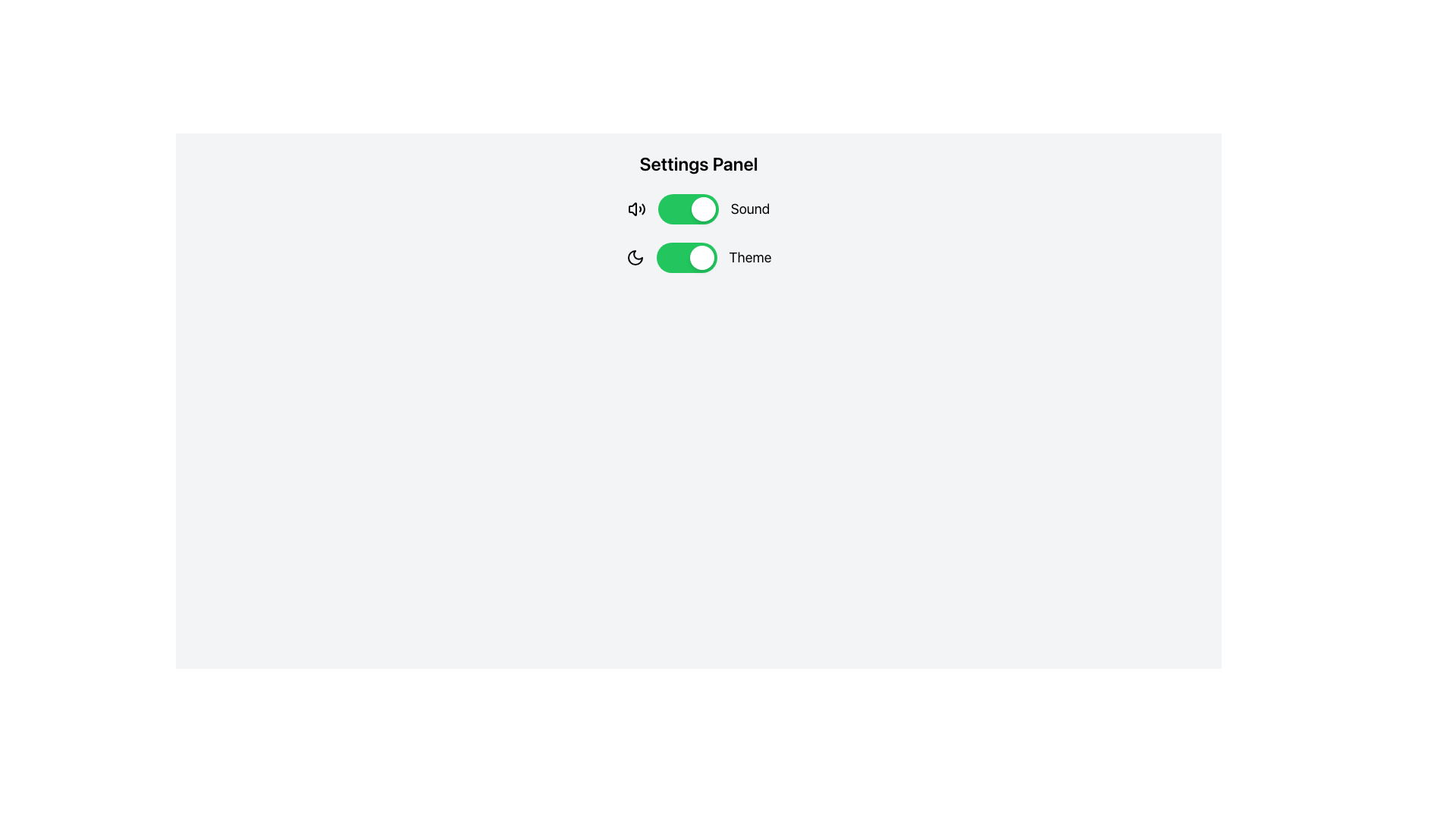  What do you see at coordinates (750, 209) in the screenshot?
I see `text label indicating the 'Sound' setting, which is located on the right side of the toggle switch in the settings section` at bounding box center [750, 209].